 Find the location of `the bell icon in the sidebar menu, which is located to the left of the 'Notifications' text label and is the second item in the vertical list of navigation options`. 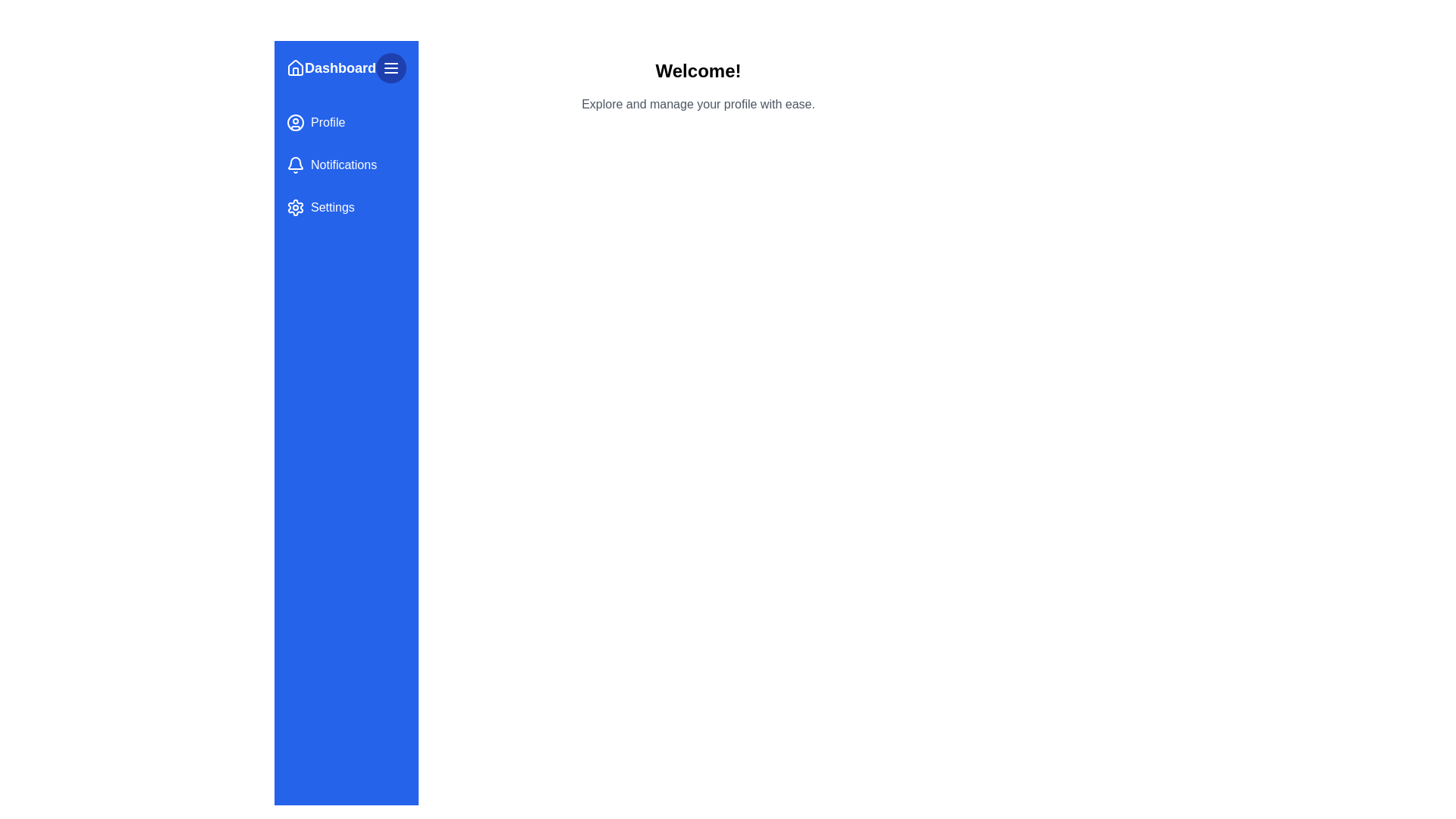

the bell icon in the sidebar menu, which is located to the left of the 'Notifications' text label and is the second item in the vertical list of navigation options is located at coordinates (295, 163).